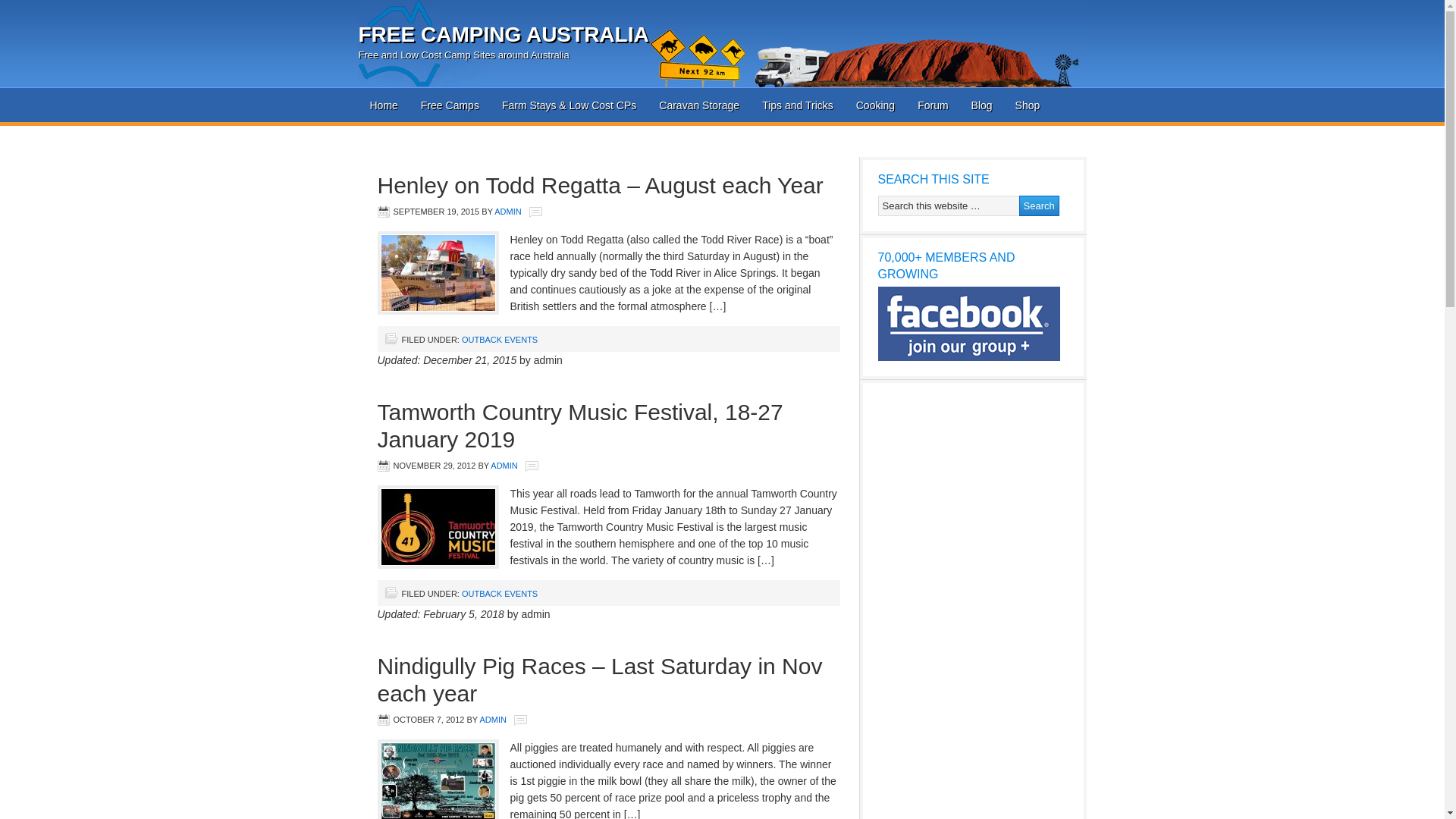 Image resolution: width=1456 pixels, height=819 pixels. What do you see at coordinates (507, 211) in the screenshot?
I see `'ADMIN'` at bounding box center [507, 211].